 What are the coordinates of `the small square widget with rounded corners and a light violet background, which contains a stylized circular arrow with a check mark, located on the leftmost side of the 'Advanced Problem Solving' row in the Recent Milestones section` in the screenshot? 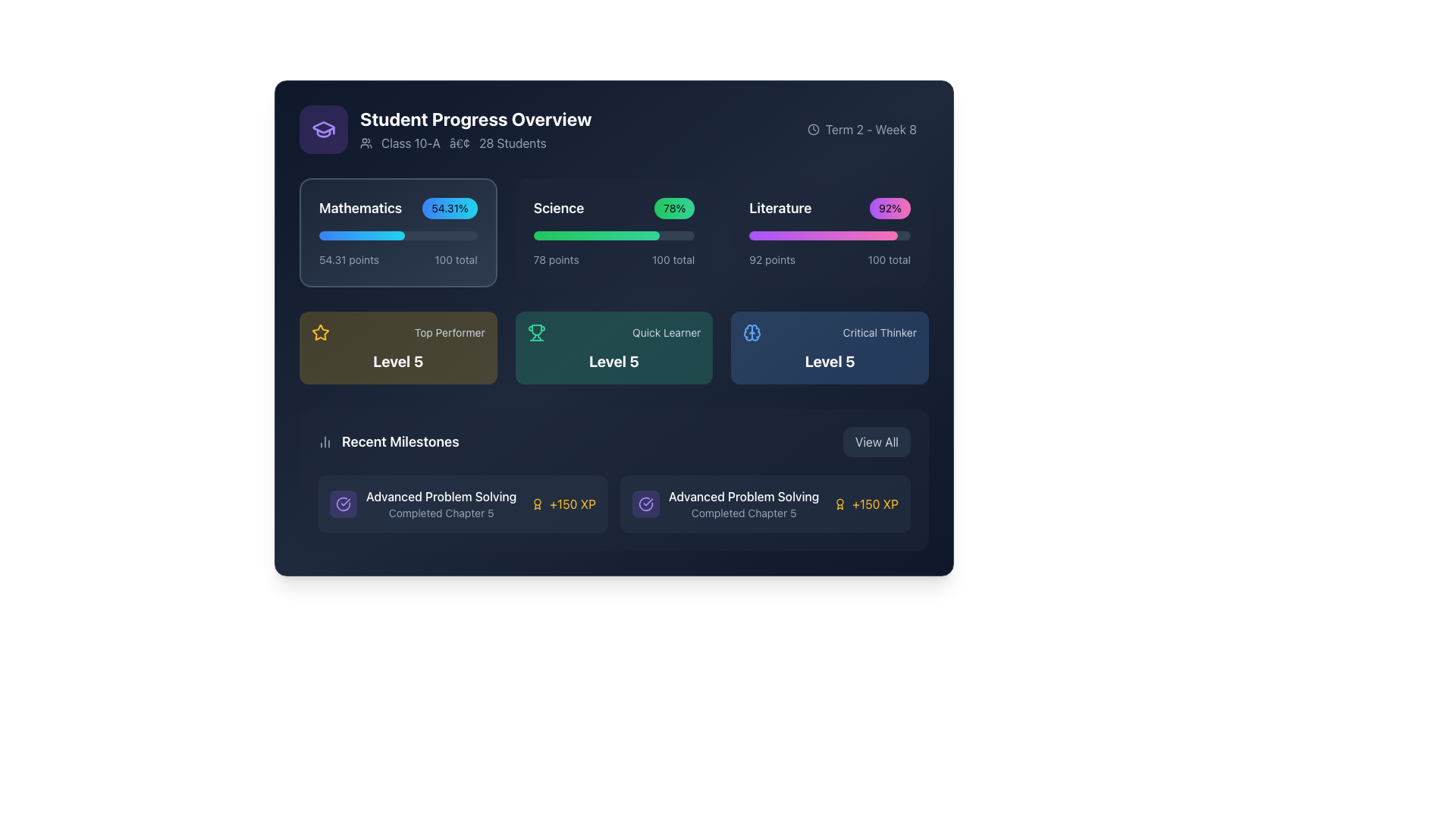 It's located at (342, 504).